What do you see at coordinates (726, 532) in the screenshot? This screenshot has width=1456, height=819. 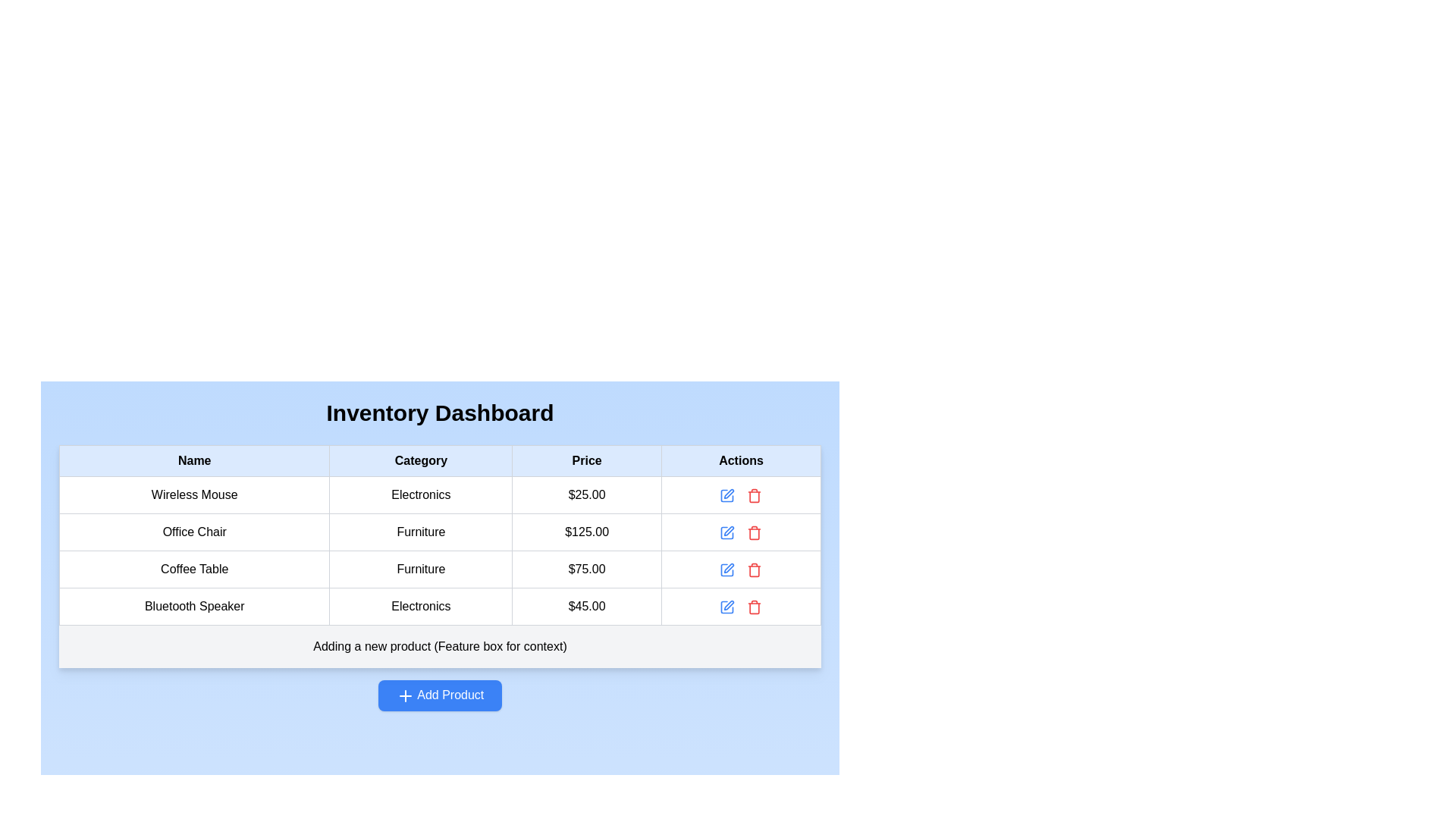 I see `the edit button located in the 'Actions' column of the second row corresponding to the 'Office Chair' entry to initiate an edit action` at bounding box center [726, 532].